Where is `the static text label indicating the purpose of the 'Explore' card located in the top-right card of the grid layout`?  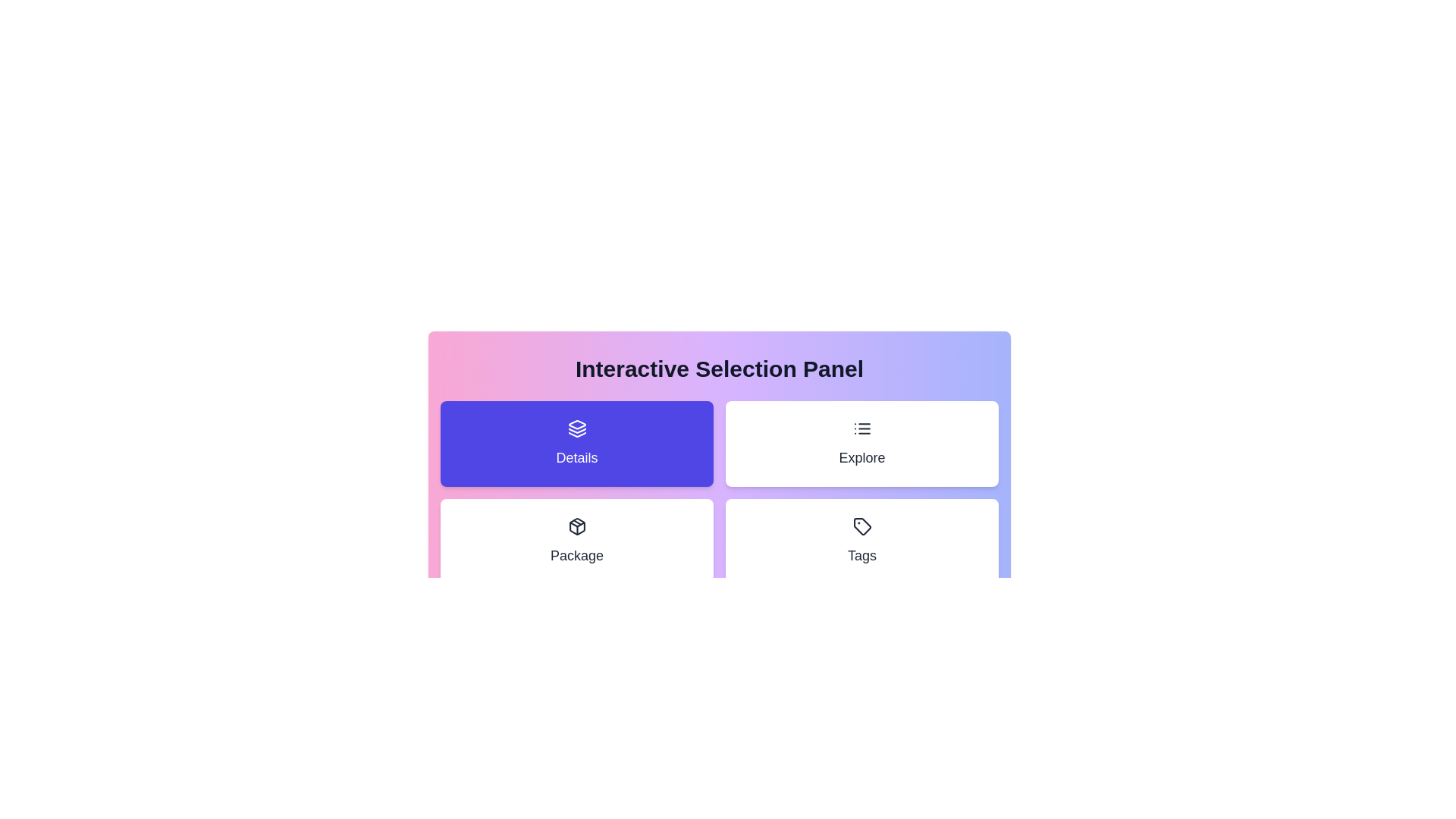
the static text label indicating the purpose of the 'Explore' card located in the top-right card of the grid layout is located at coordinates (862, 457).